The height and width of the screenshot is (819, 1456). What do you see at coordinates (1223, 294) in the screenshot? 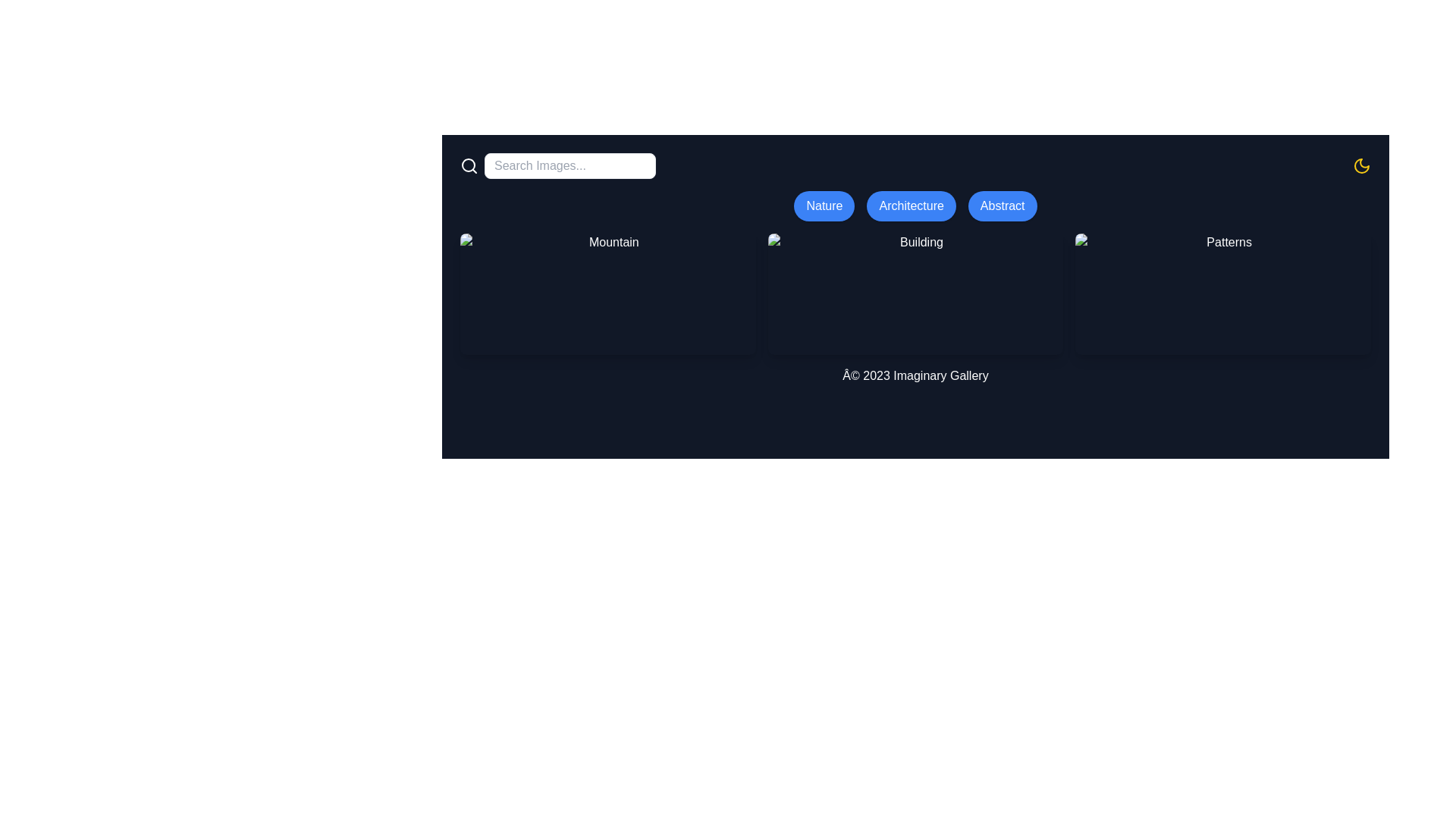
I see `the third card in the grid layout that serves as a clickable category for 'Patterns'` at bounding box center [1223, 294].